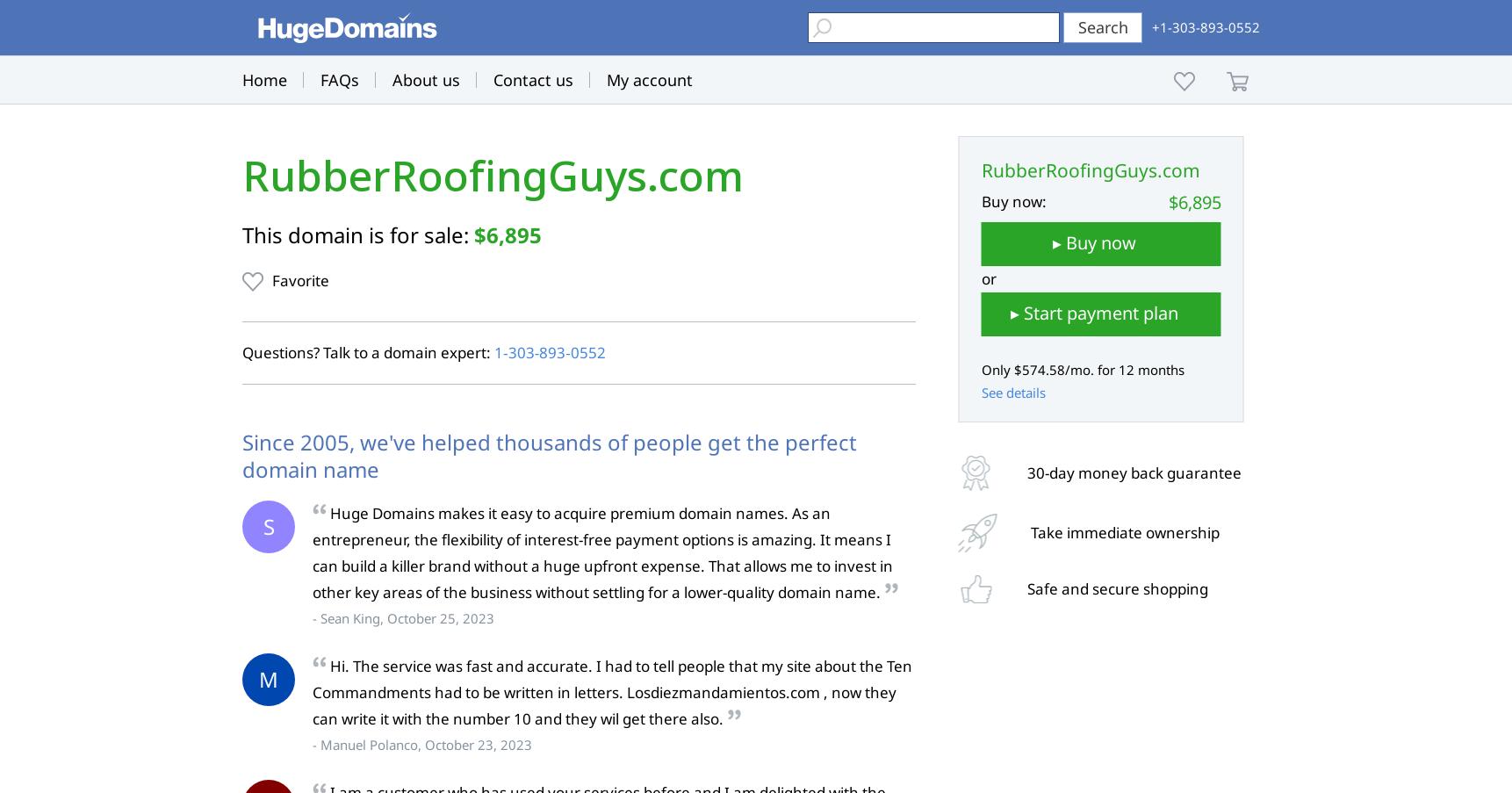 This screenshot has width=1512, height=793. I want to click on '- Manuel Polanco, October 23, 2023', so click(421, 745).